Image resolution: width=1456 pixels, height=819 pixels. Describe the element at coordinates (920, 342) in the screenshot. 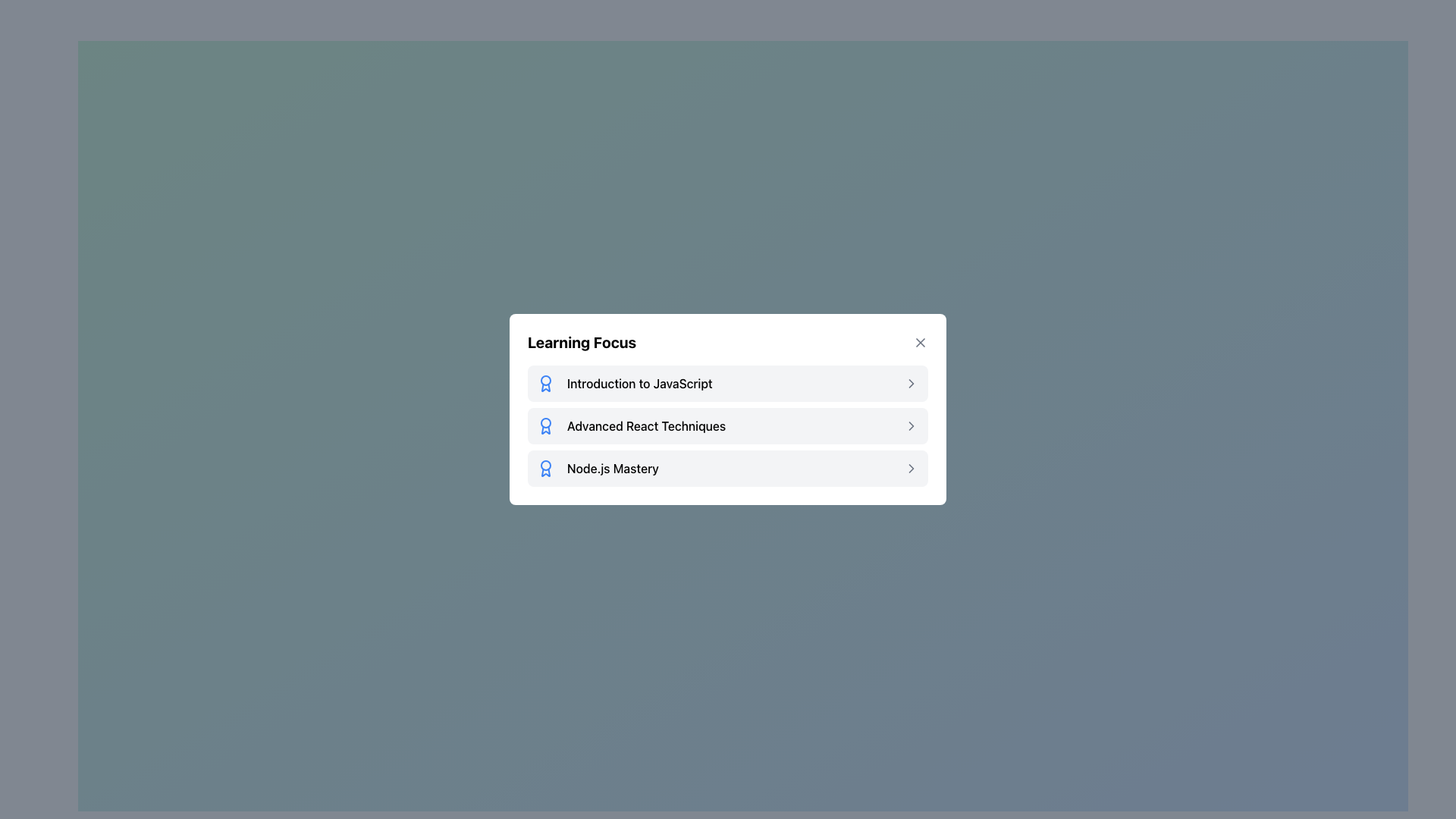

I see `the gray cross-shaped vector graphic 'X' in the top-right corner of the 'Learning Focus' dialog` at that location.